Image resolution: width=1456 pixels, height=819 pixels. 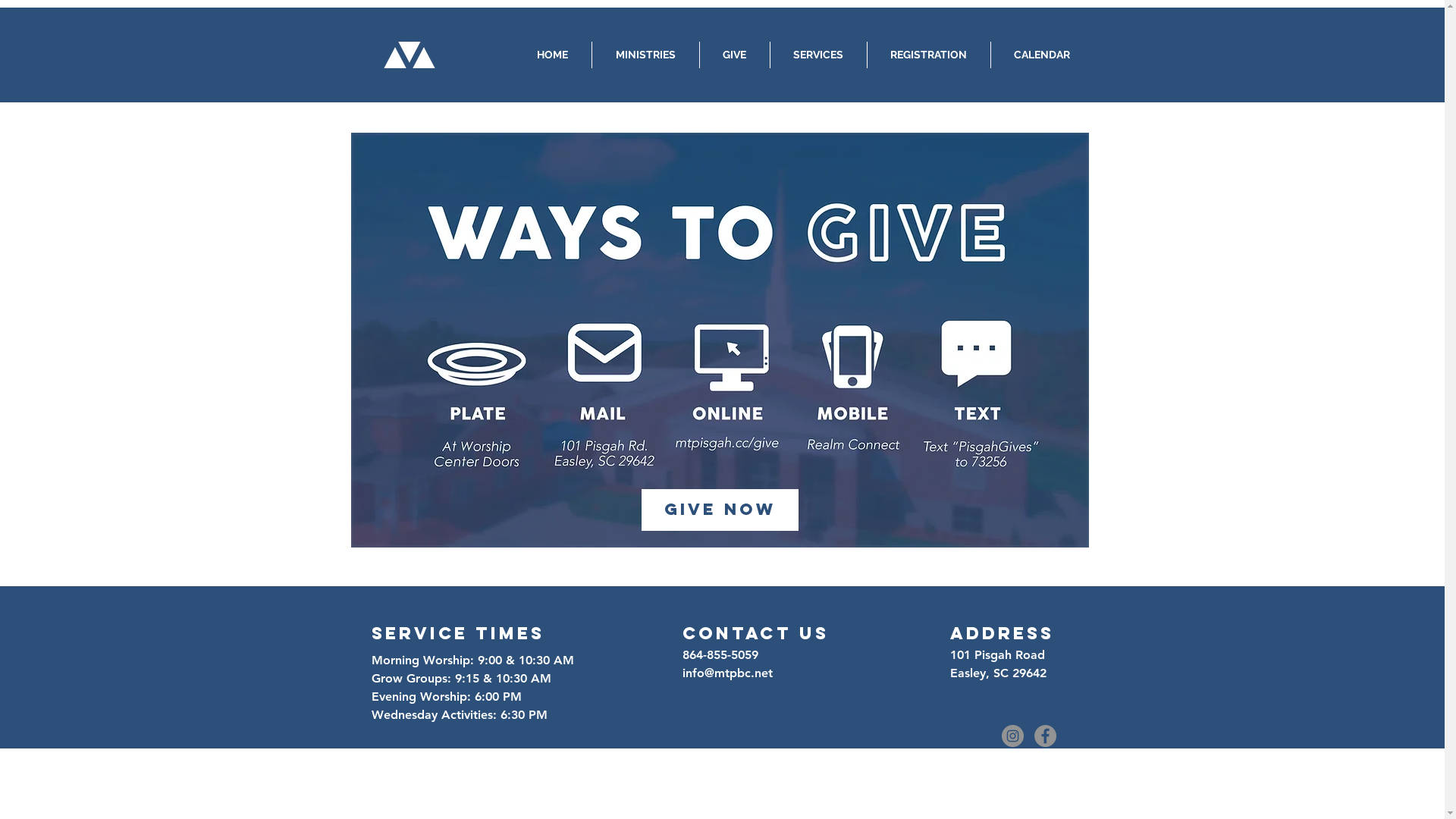 What do you see at coordinates (726, 672) in the screenshot?
I see `'info@mtpbc.net'` at bounding box center [726, 672].